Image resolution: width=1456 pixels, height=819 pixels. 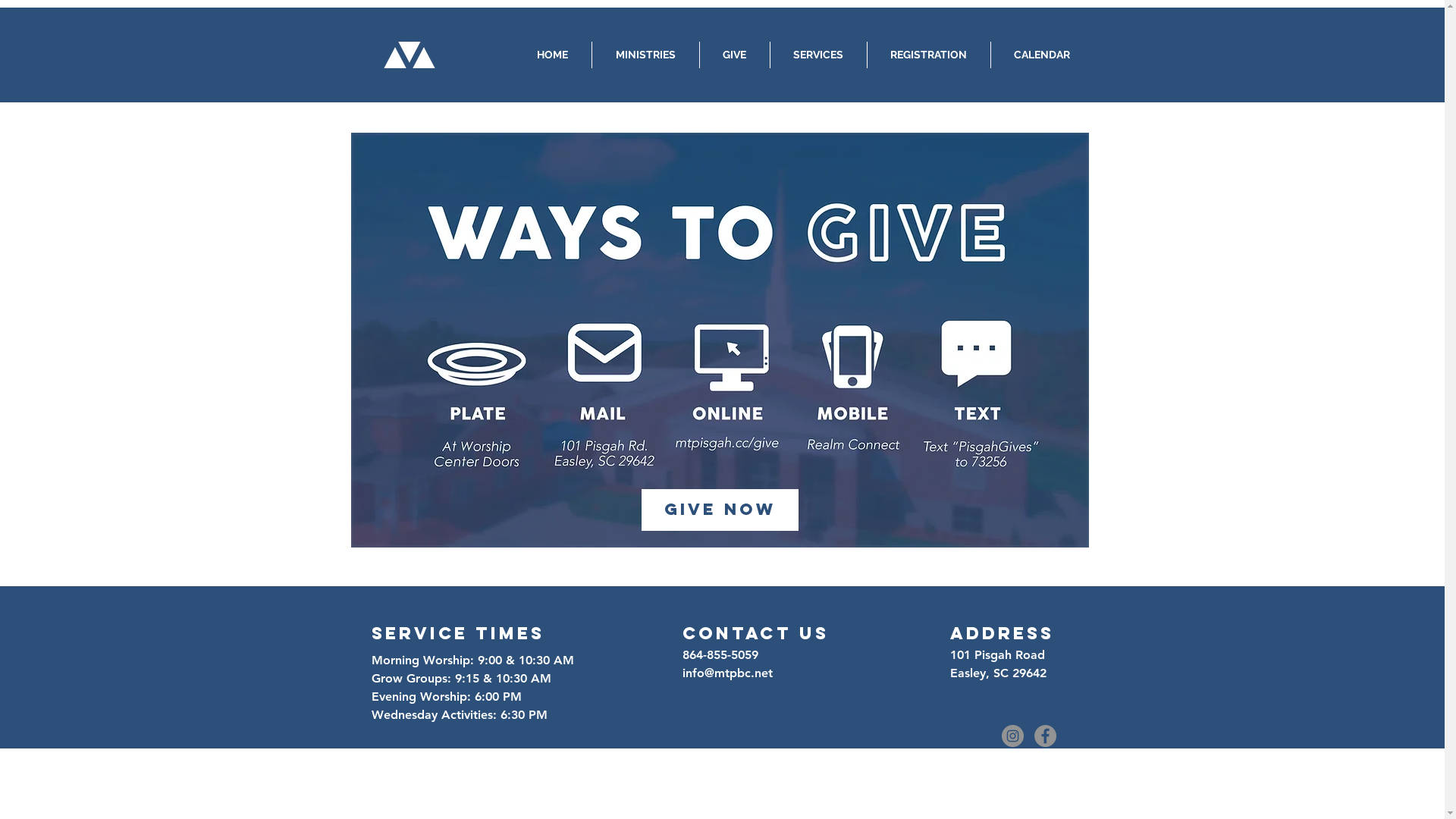 What do you see at coordinates (726, 672) in the screenshot?
I see `'info@mtpbc.net'` at bounding box center [726, 672].